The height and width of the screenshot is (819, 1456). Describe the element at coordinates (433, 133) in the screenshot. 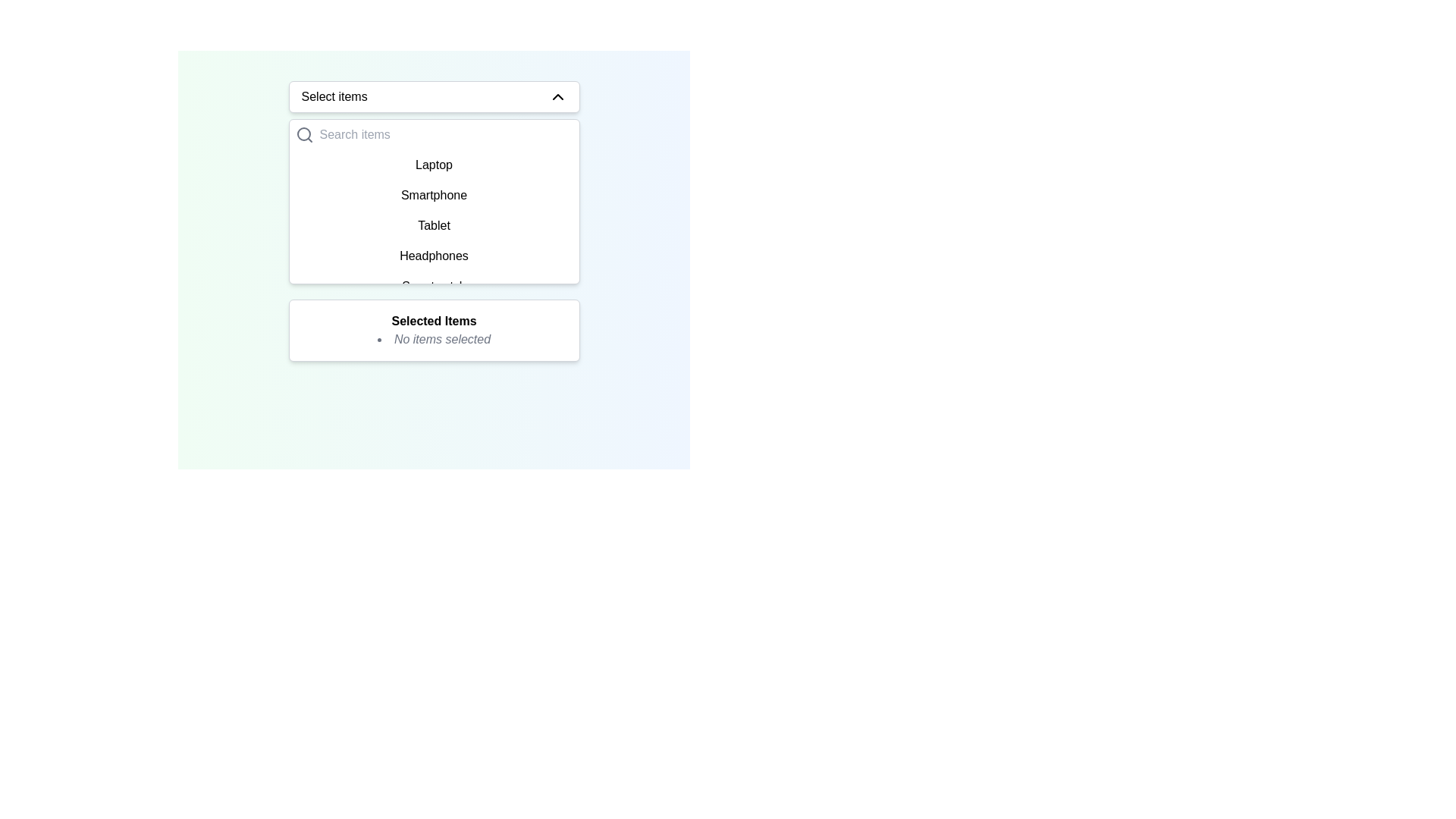

I see `the cursor across the text input field located in the middle-top area of the white dropdown pane that appears under the 'Select items' button` at that location.